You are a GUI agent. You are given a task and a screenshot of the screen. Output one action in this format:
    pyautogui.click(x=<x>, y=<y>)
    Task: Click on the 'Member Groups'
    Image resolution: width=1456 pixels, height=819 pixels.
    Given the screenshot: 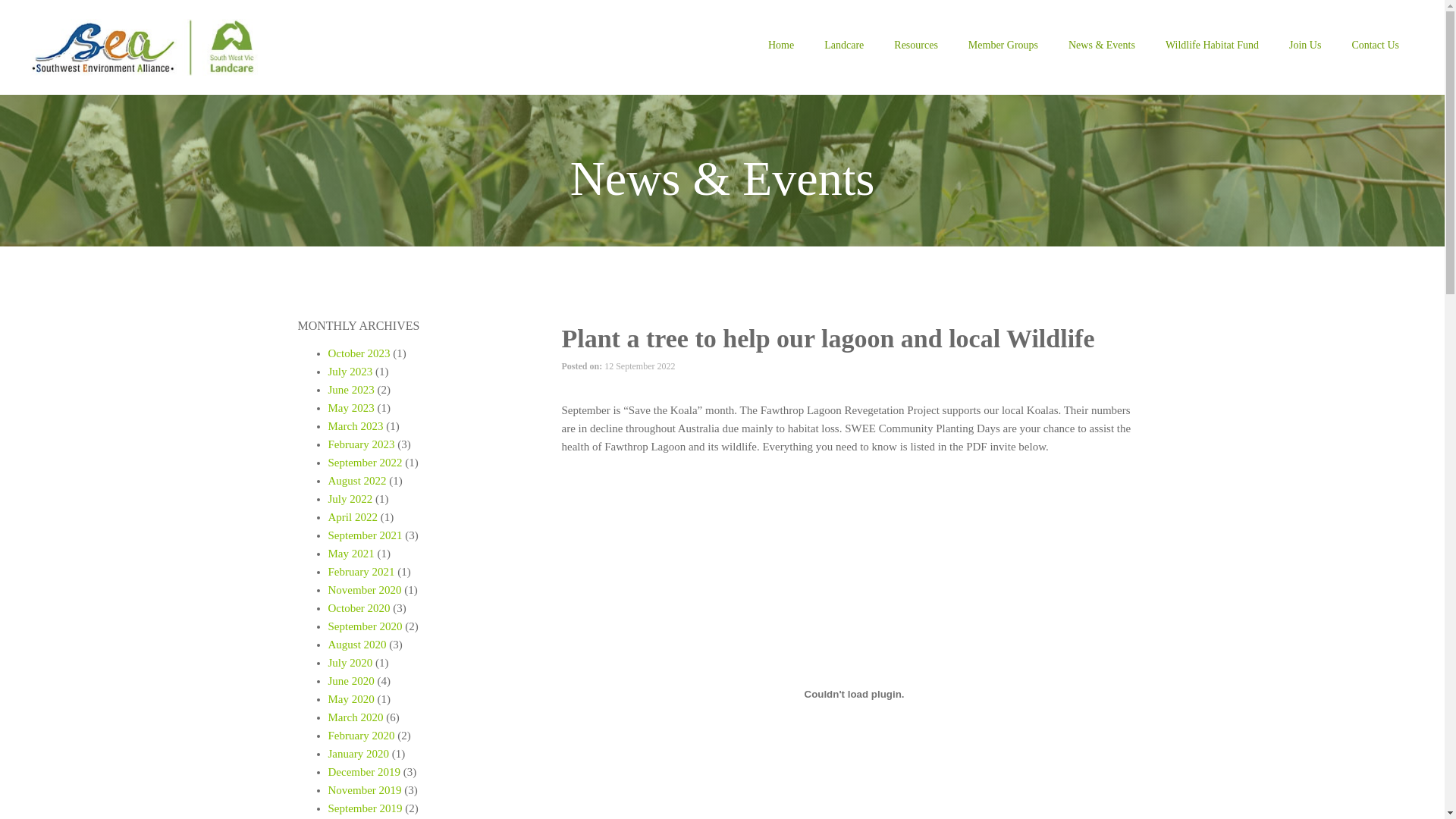 What is the action you would take?
    pyautogui.click(x=1003, y=46)
    